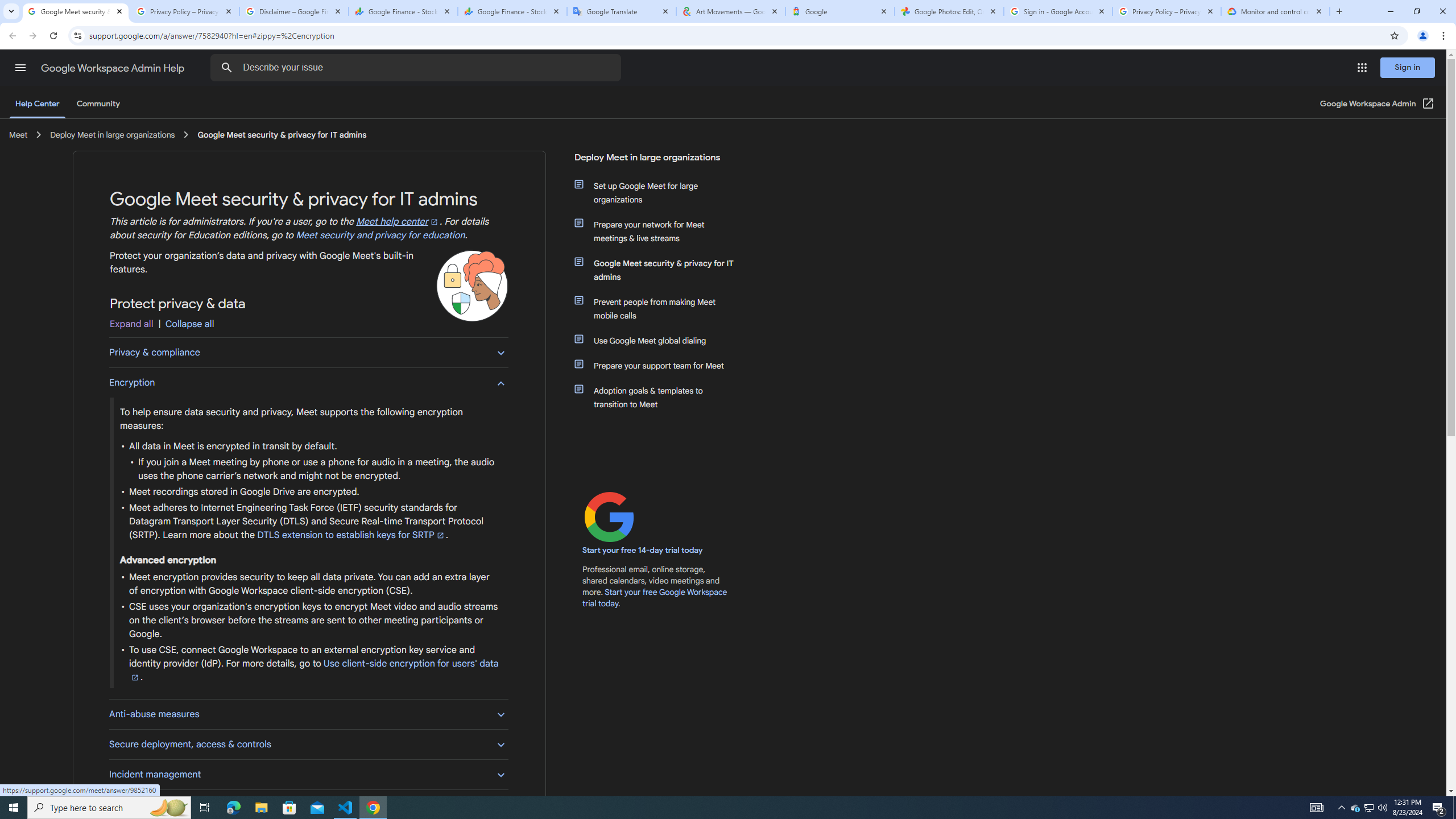  What do you see at coordinates (398, 222) in the screenshot?
I see `'Meet help center'` at bounding box center [398, 222].